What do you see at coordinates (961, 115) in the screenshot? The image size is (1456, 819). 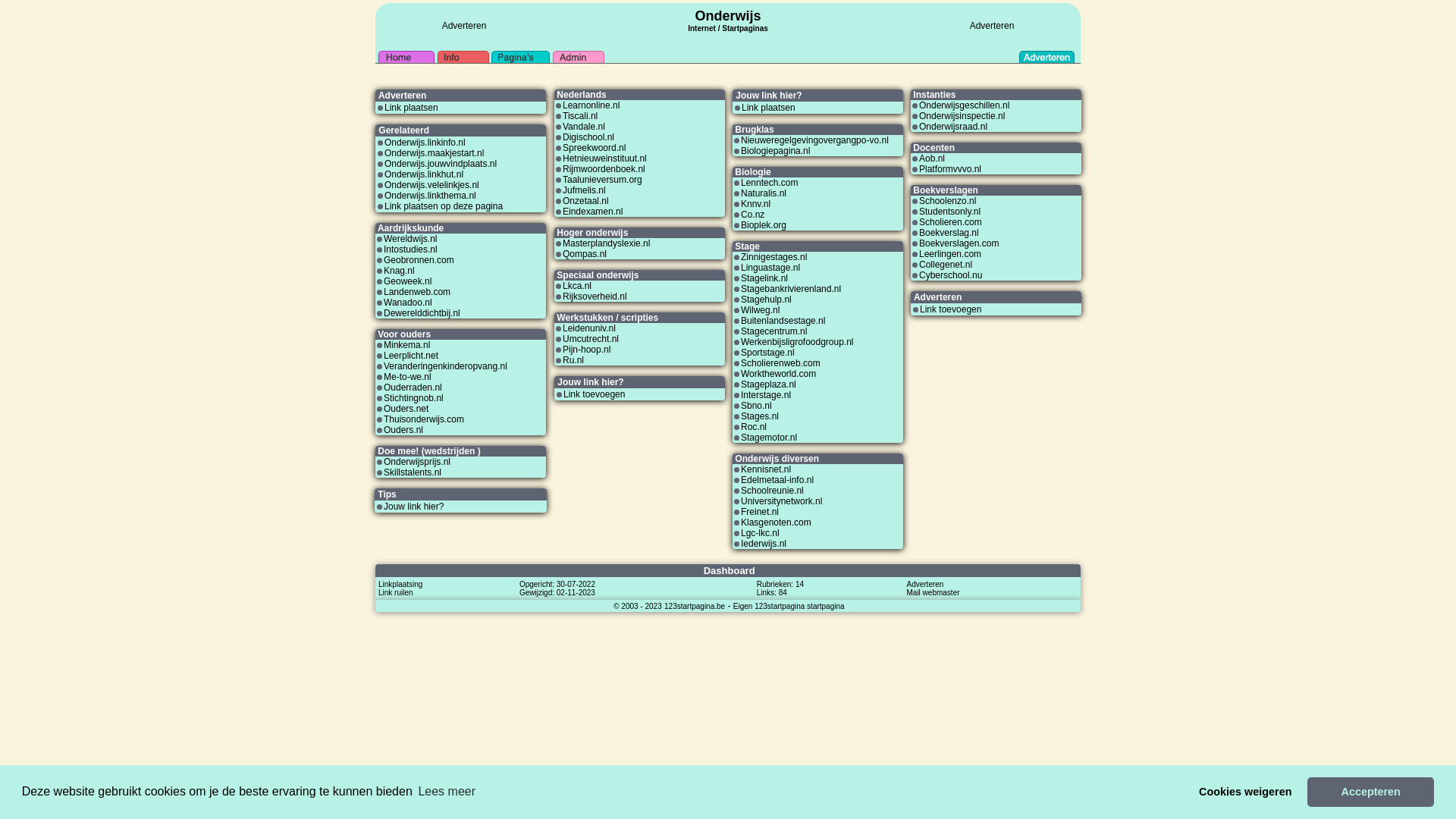 I see `'Onderwijsinspectie.nl'` at bounding box center [961, 115].